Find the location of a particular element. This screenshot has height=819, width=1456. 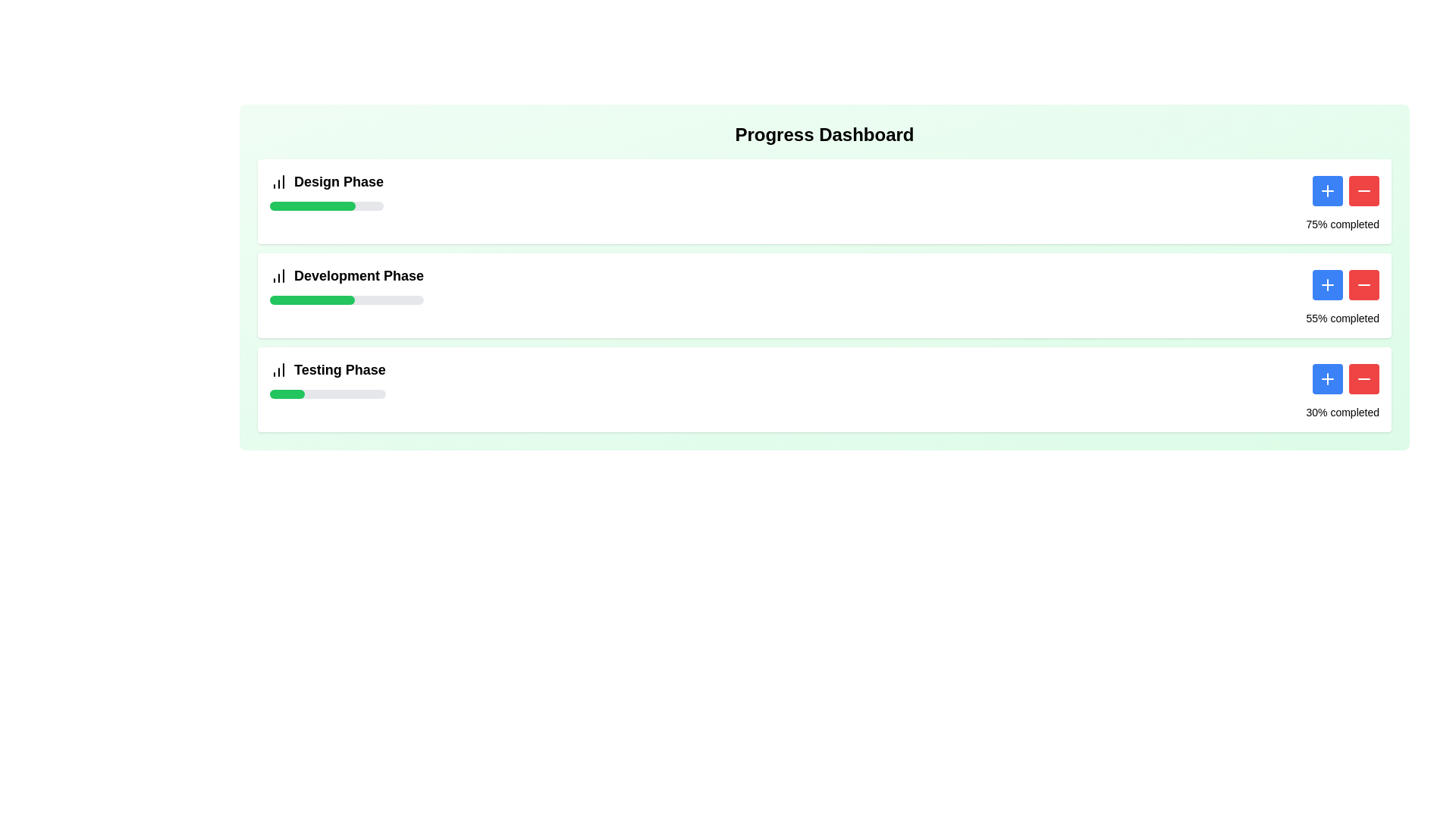

the green progress indicator bar that represents the 'Development Phase', which occupies 55% of the width of its light gray background bar is located at coordinates (311, 300).